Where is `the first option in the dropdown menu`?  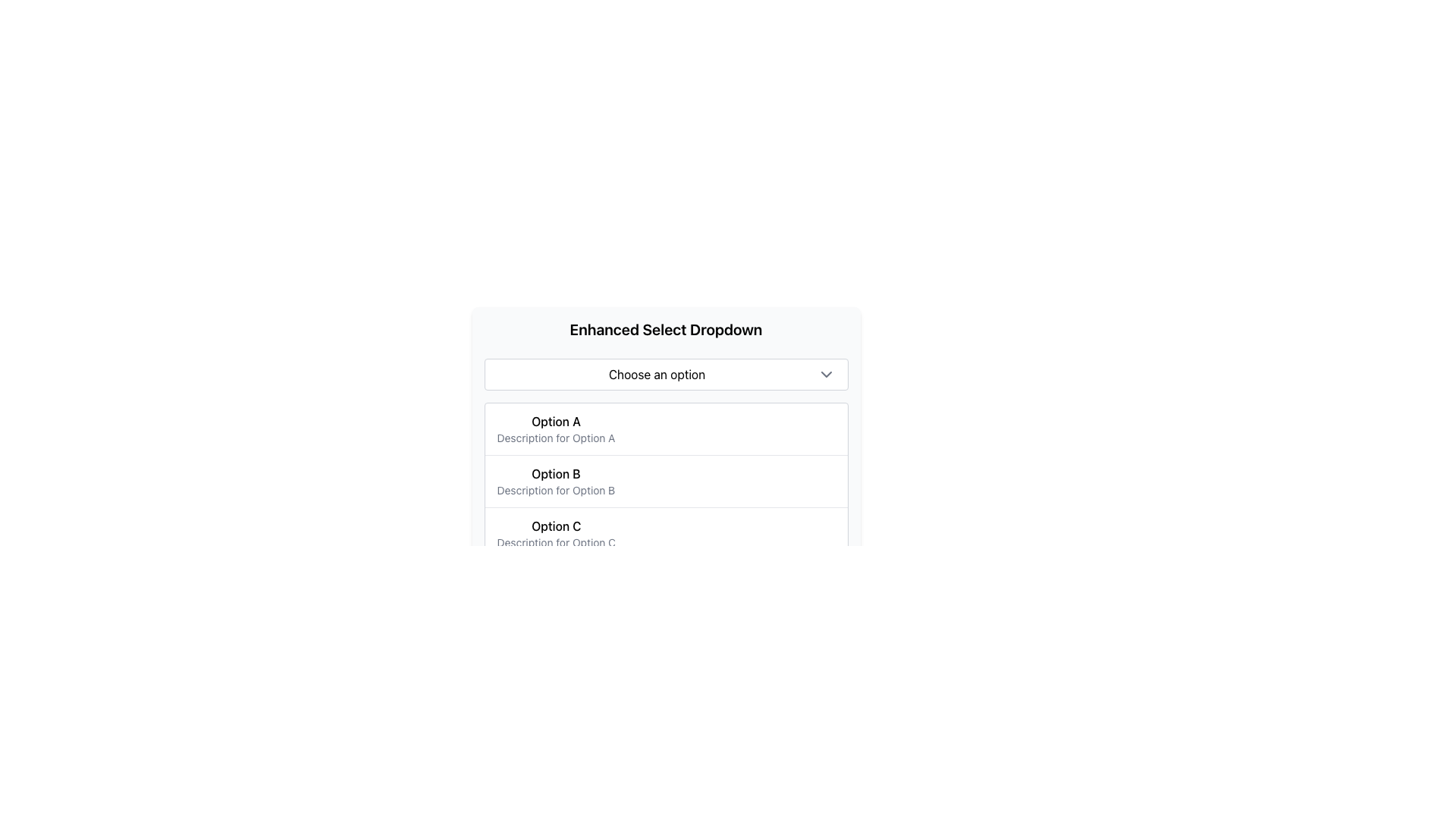
the first option in the dropdown menu is located at coordinates (561, 429).